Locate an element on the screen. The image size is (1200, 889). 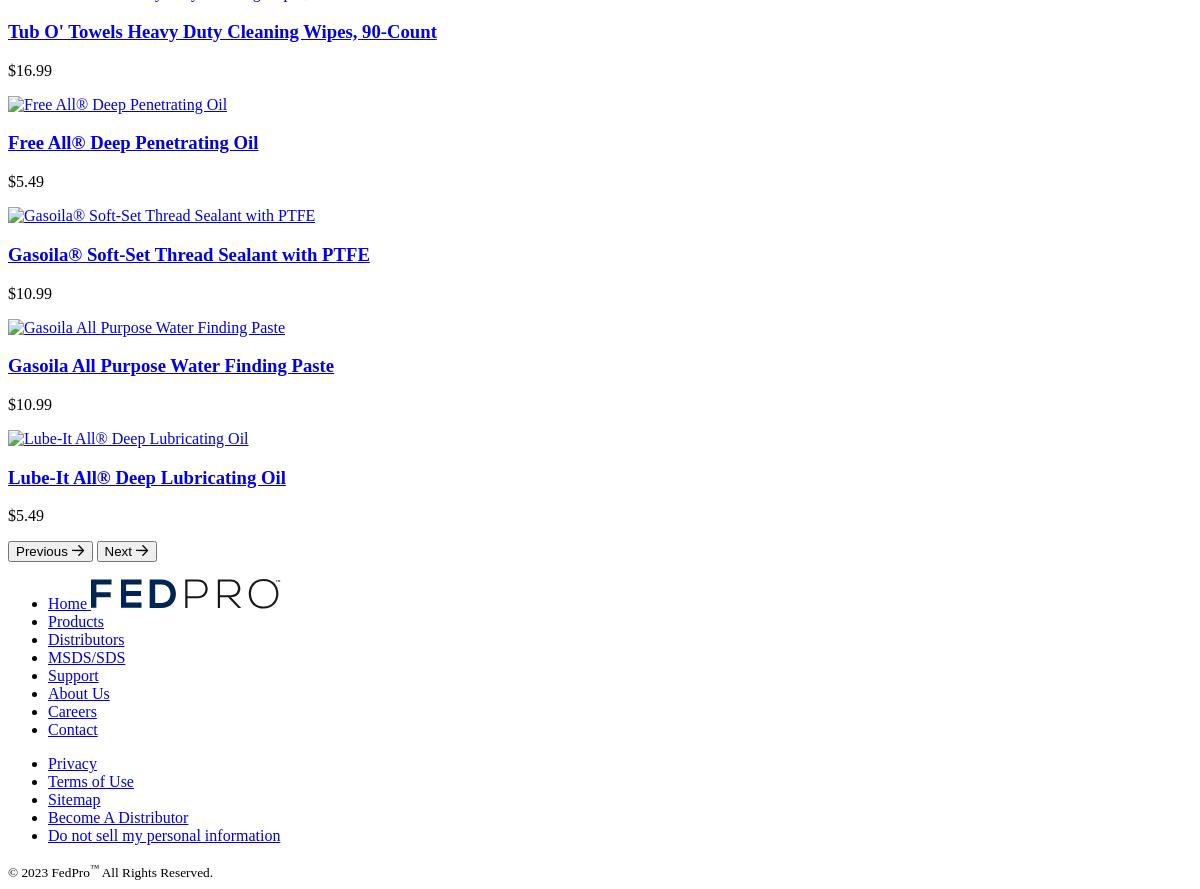
'Support' is located at coordinates (48, 675).